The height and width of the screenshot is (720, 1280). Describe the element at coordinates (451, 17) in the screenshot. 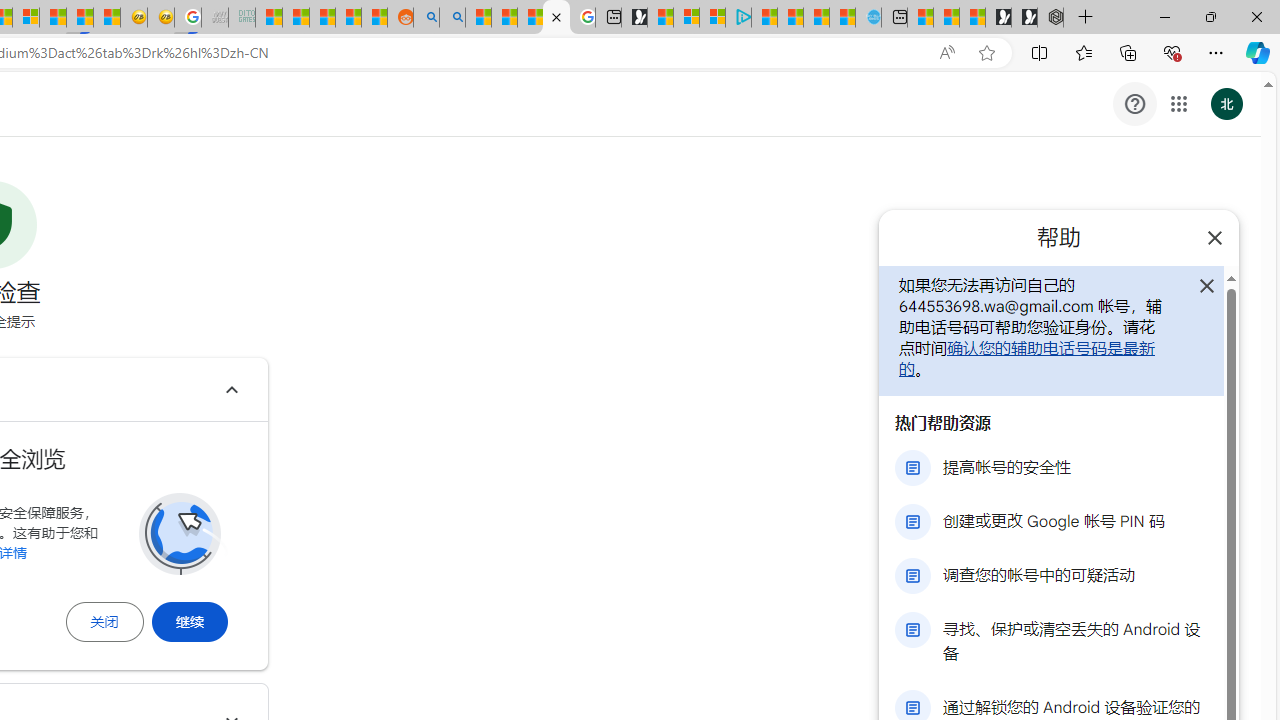

I see `'Utah sues federal government - Search'` at that location.